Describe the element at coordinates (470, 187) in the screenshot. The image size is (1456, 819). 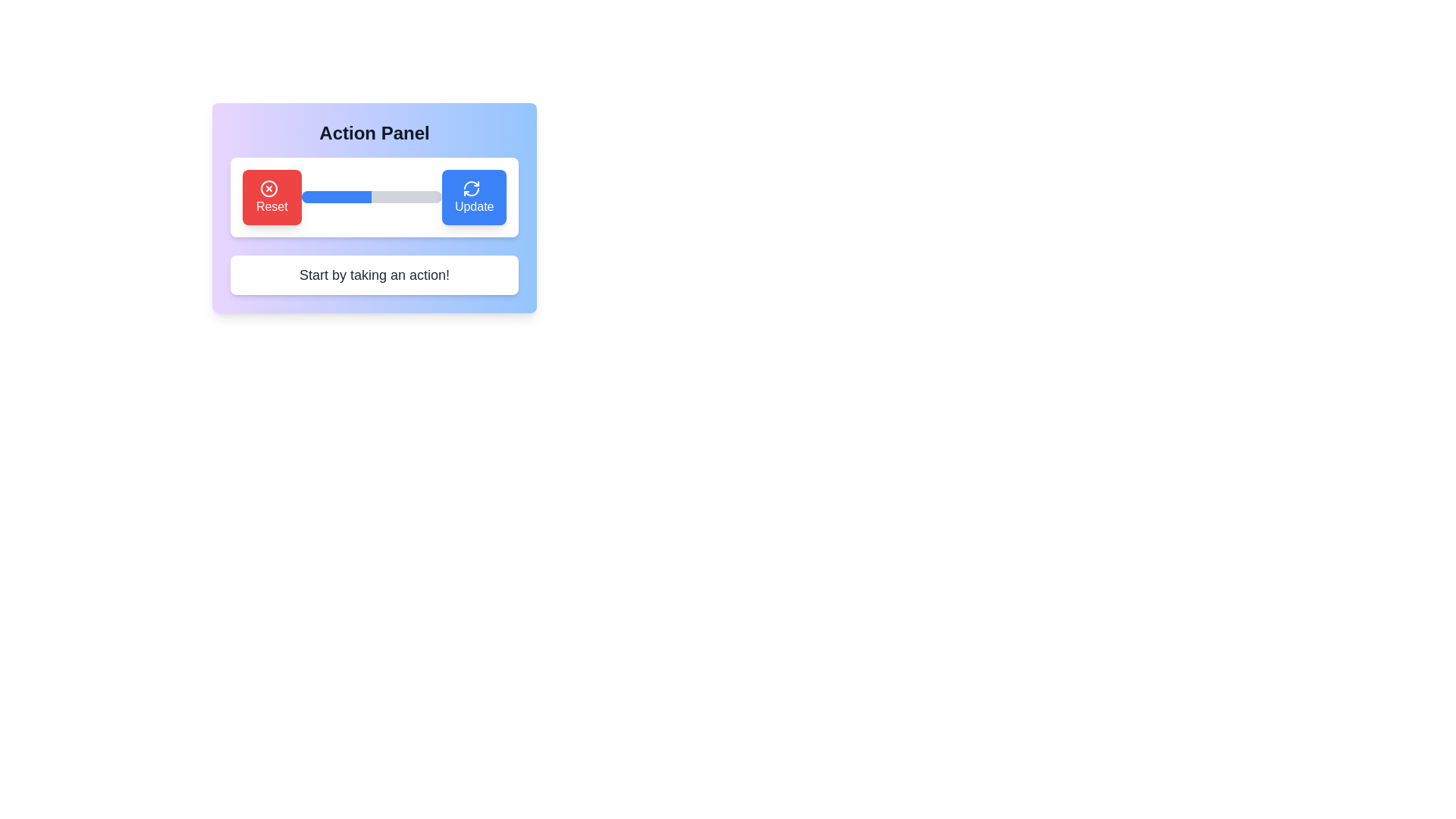
I see `the refresh icon located inside the blue 'Update' button on the right side of the action panel` at that location.